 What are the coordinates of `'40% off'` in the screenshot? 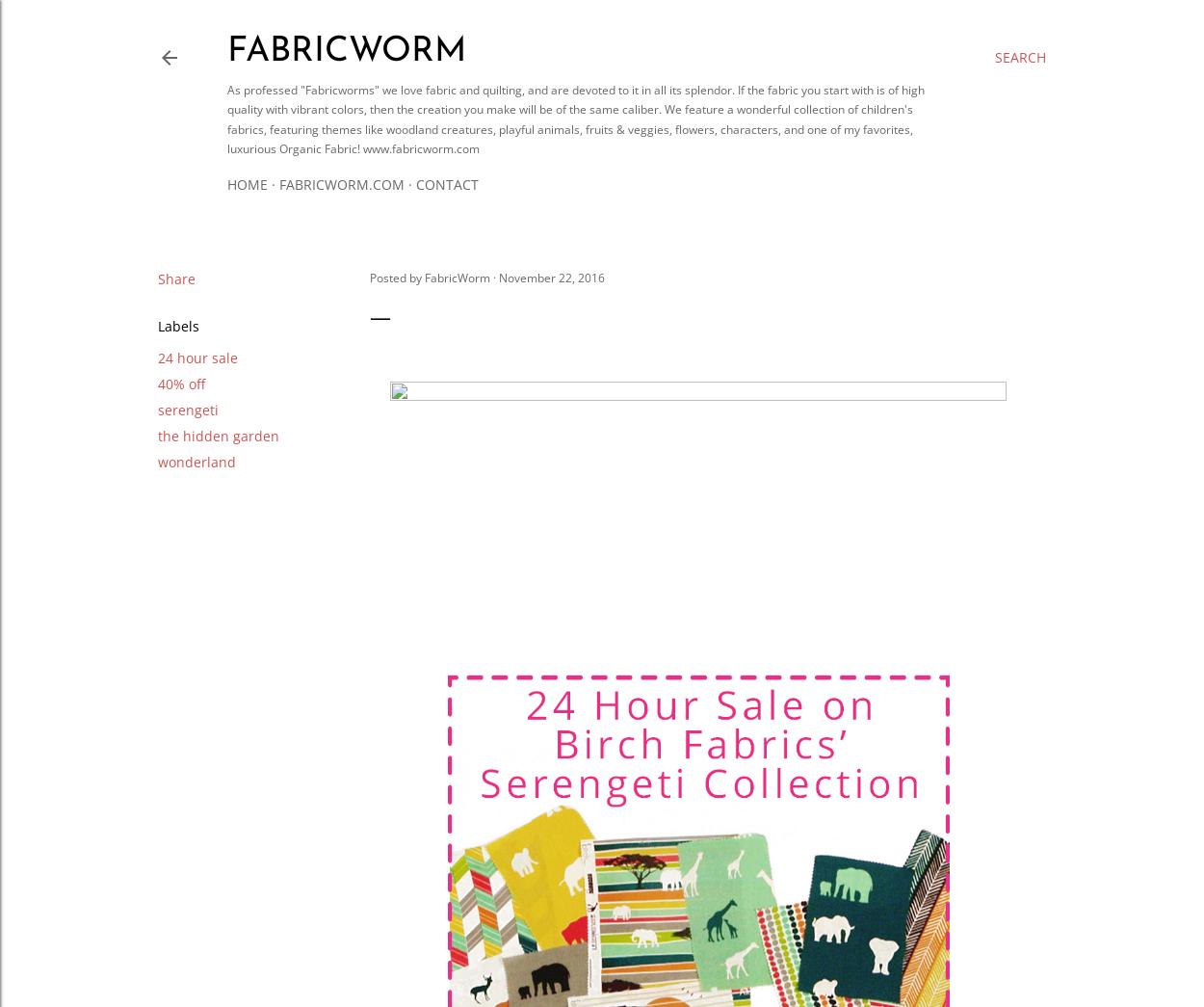 It's located at (181, 382).